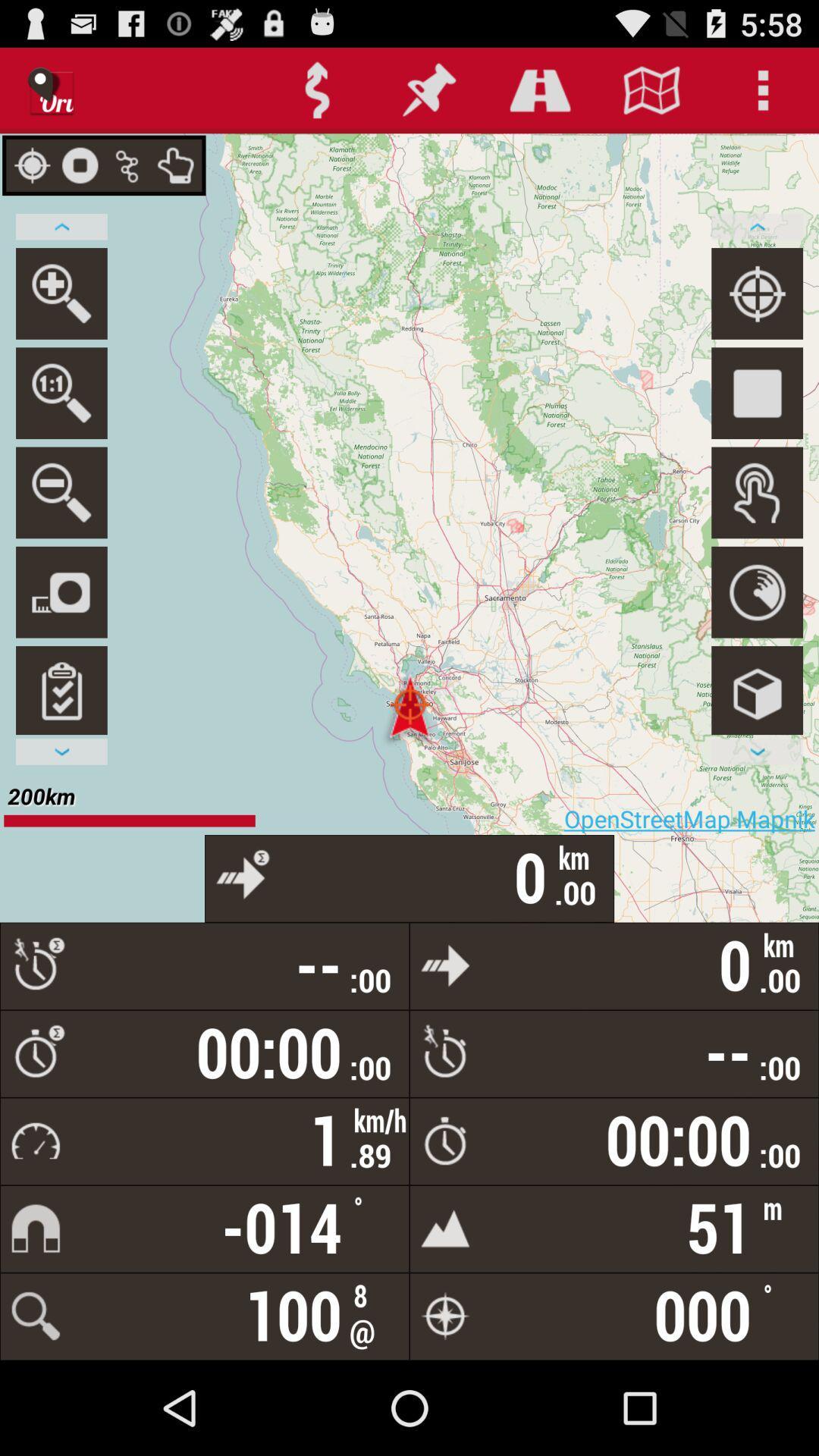 This screenshot has height=1456, width=819. What do you see at coordinates (61, 313) in the screenshot?
I see `the search icon` at bounding box center [61, 313].